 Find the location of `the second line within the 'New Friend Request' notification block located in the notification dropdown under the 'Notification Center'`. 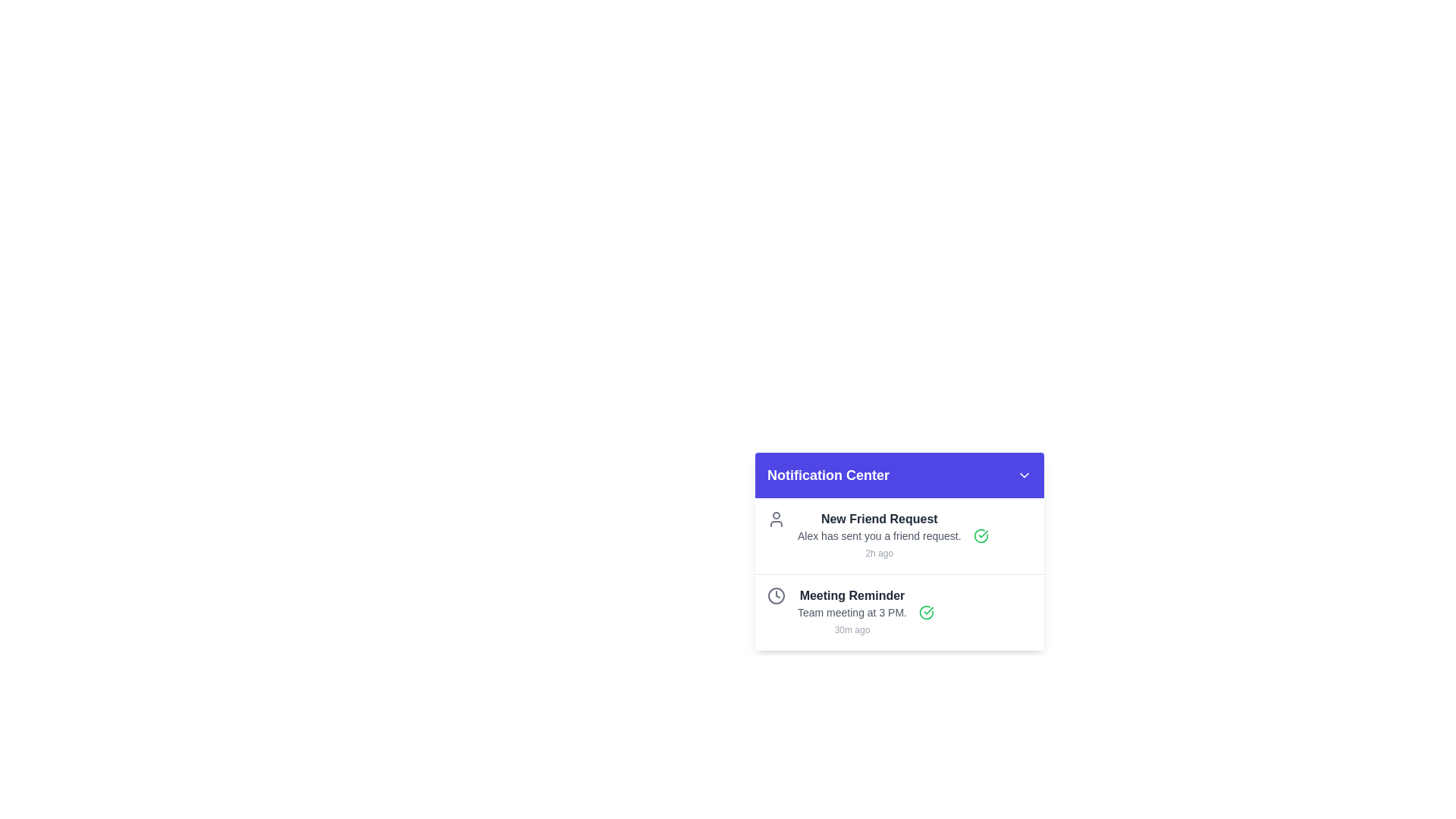

the second line within the 'New Friend Request' notification block located in the notification dropdown under the 'Notification Center' is located at coordinates (879, 535).